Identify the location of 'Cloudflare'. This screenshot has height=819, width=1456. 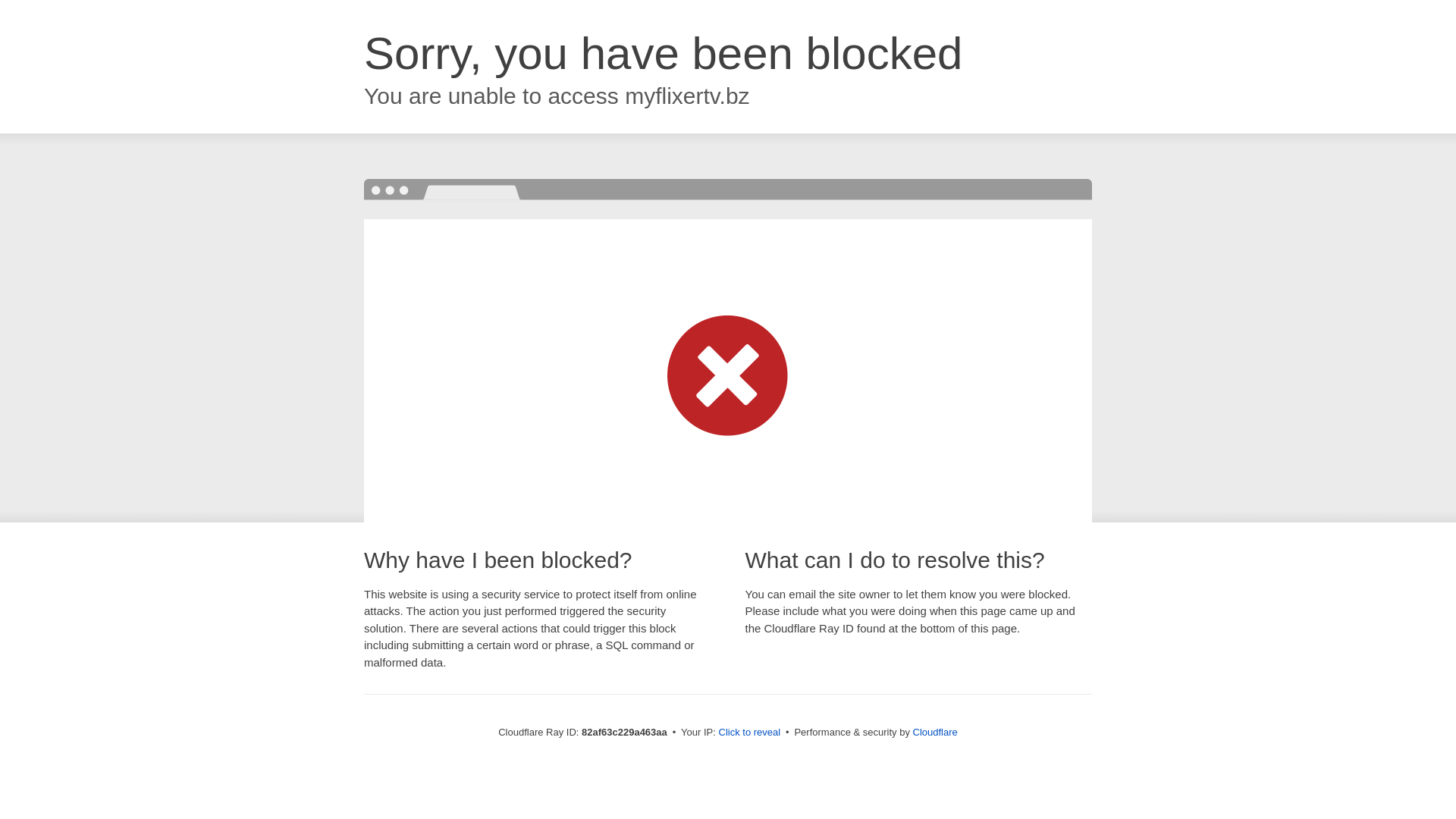
(934, 731).